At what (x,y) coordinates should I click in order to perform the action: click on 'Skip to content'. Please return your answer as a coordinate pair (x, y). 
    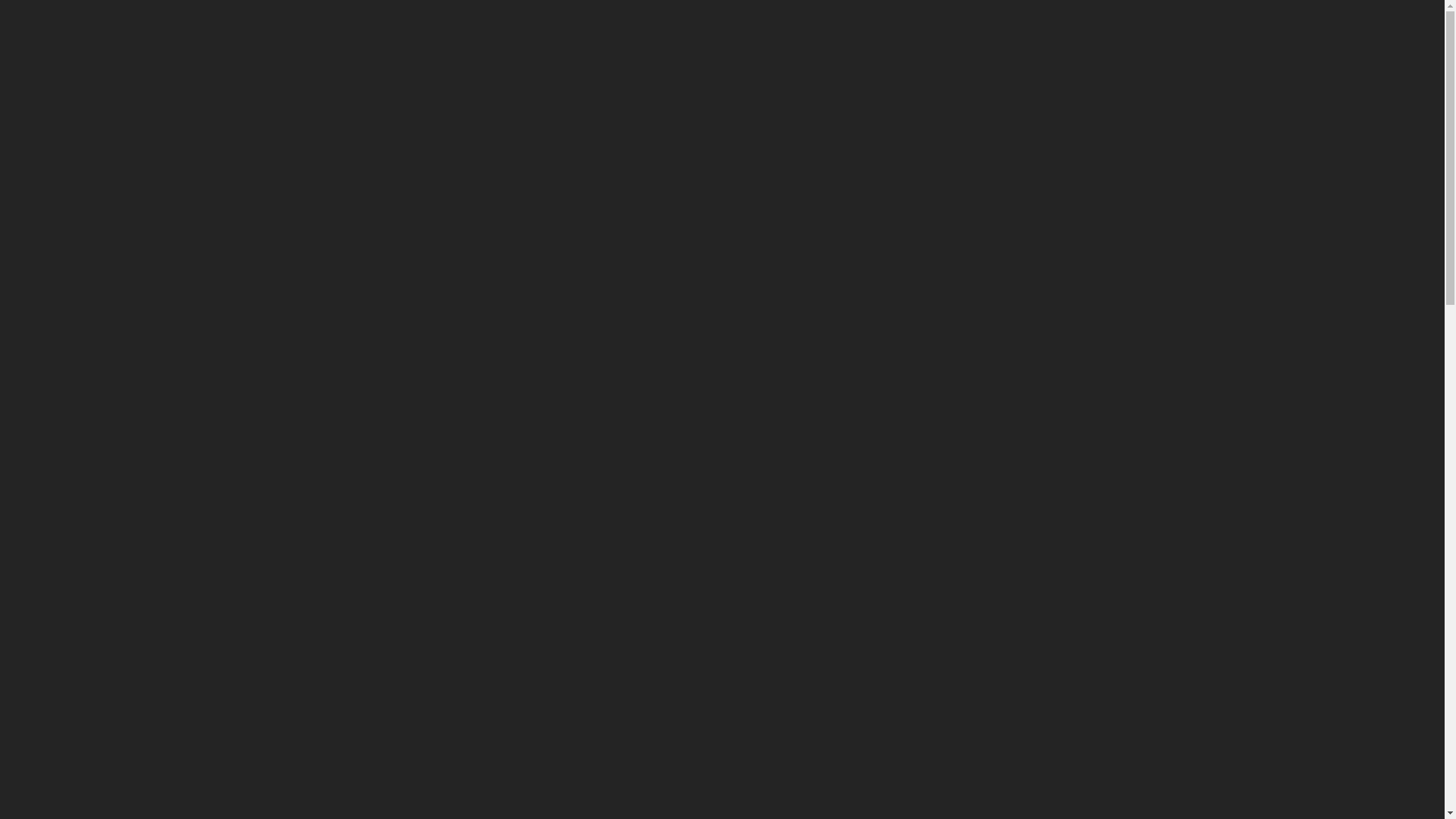
    Looking at the image, I should click on (0, 0).